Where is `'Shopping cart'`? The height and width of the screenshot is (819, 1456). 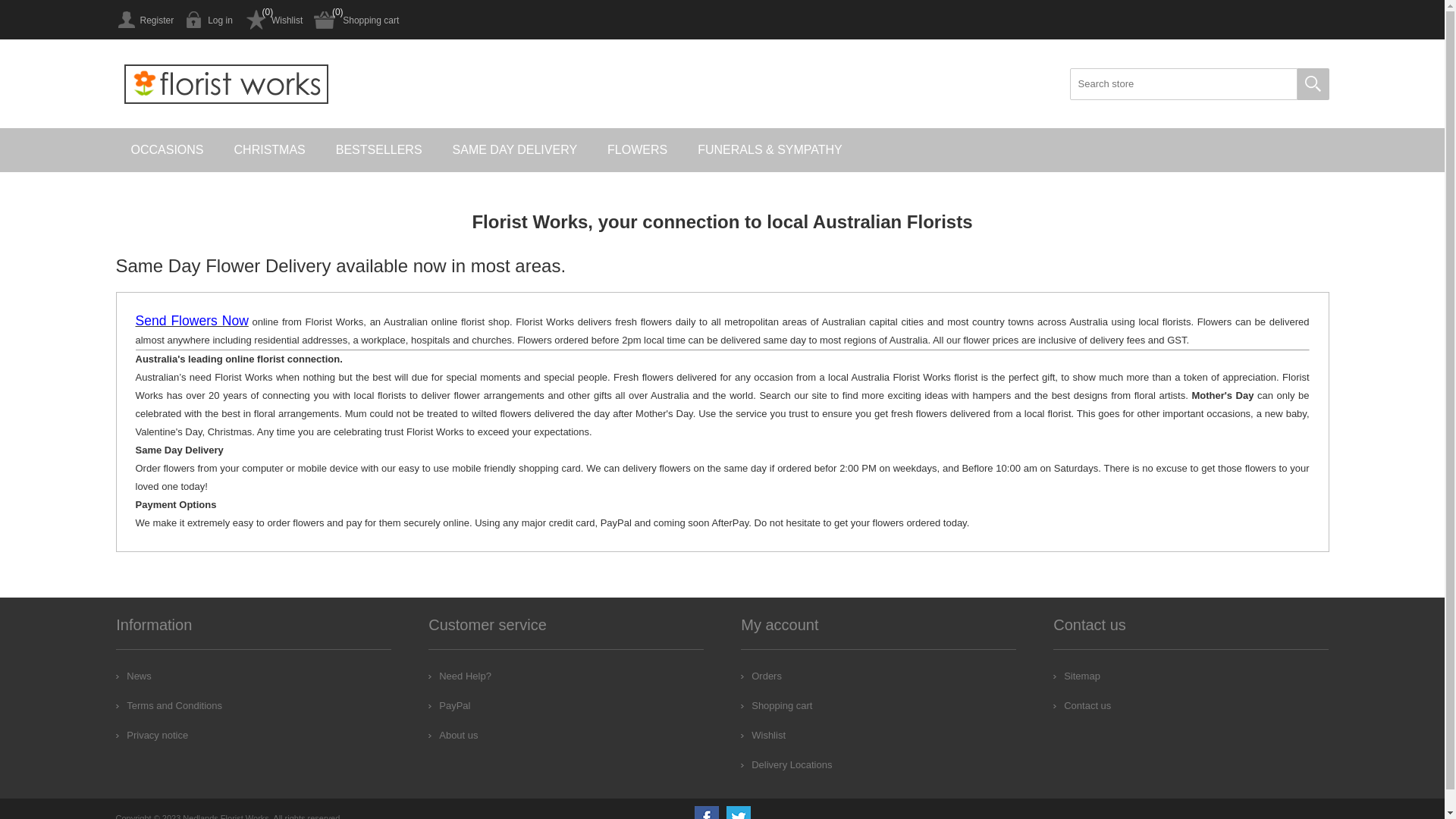
'Shopping cart' is located at coordinates (776, 705).